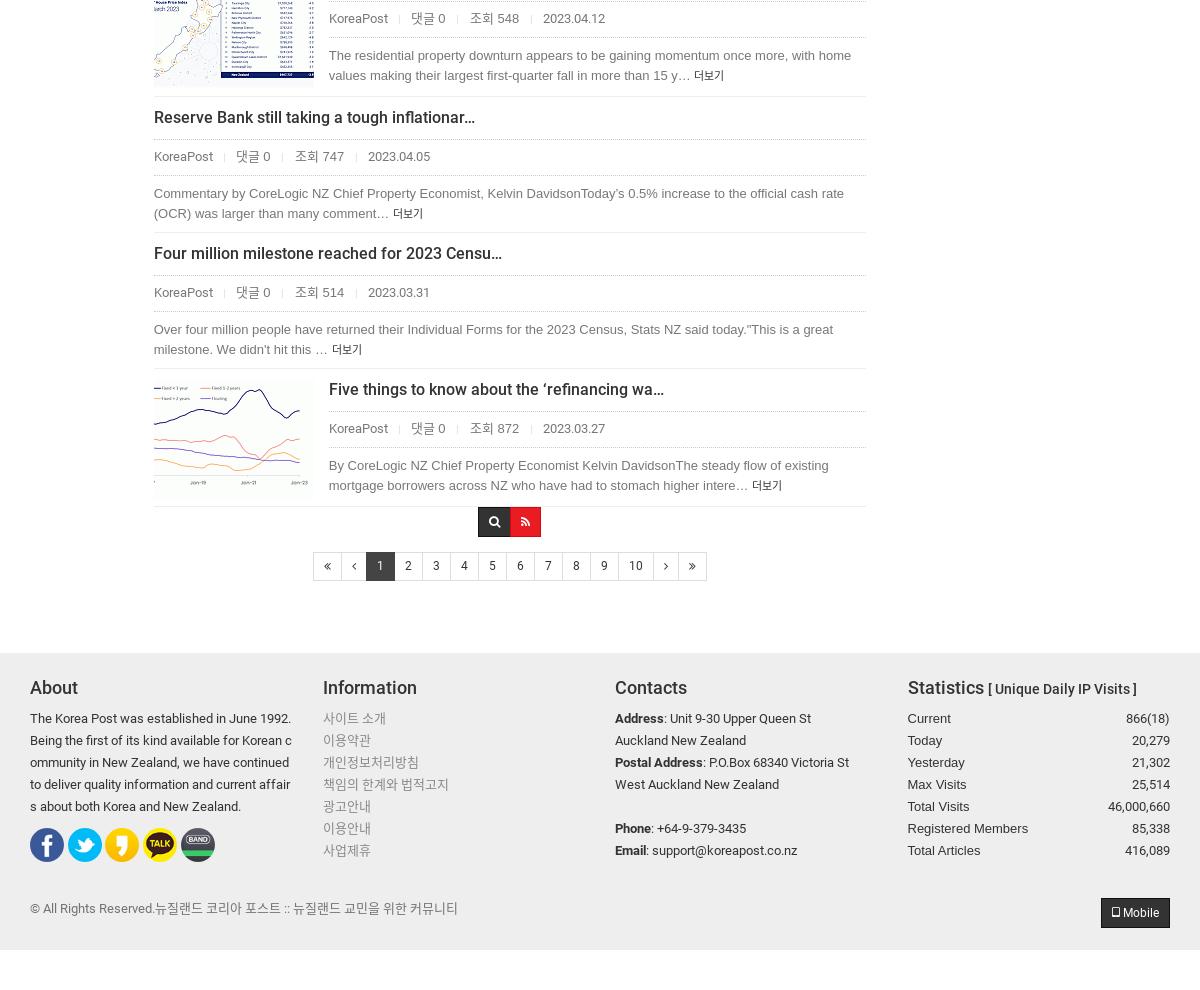 This screenshot has height=990, width=1200. I want to click on '뉴질랜드 코리아 포스트 :: 뉴질랜드 교민을 위한 커뮤니티', so click(306, 906).